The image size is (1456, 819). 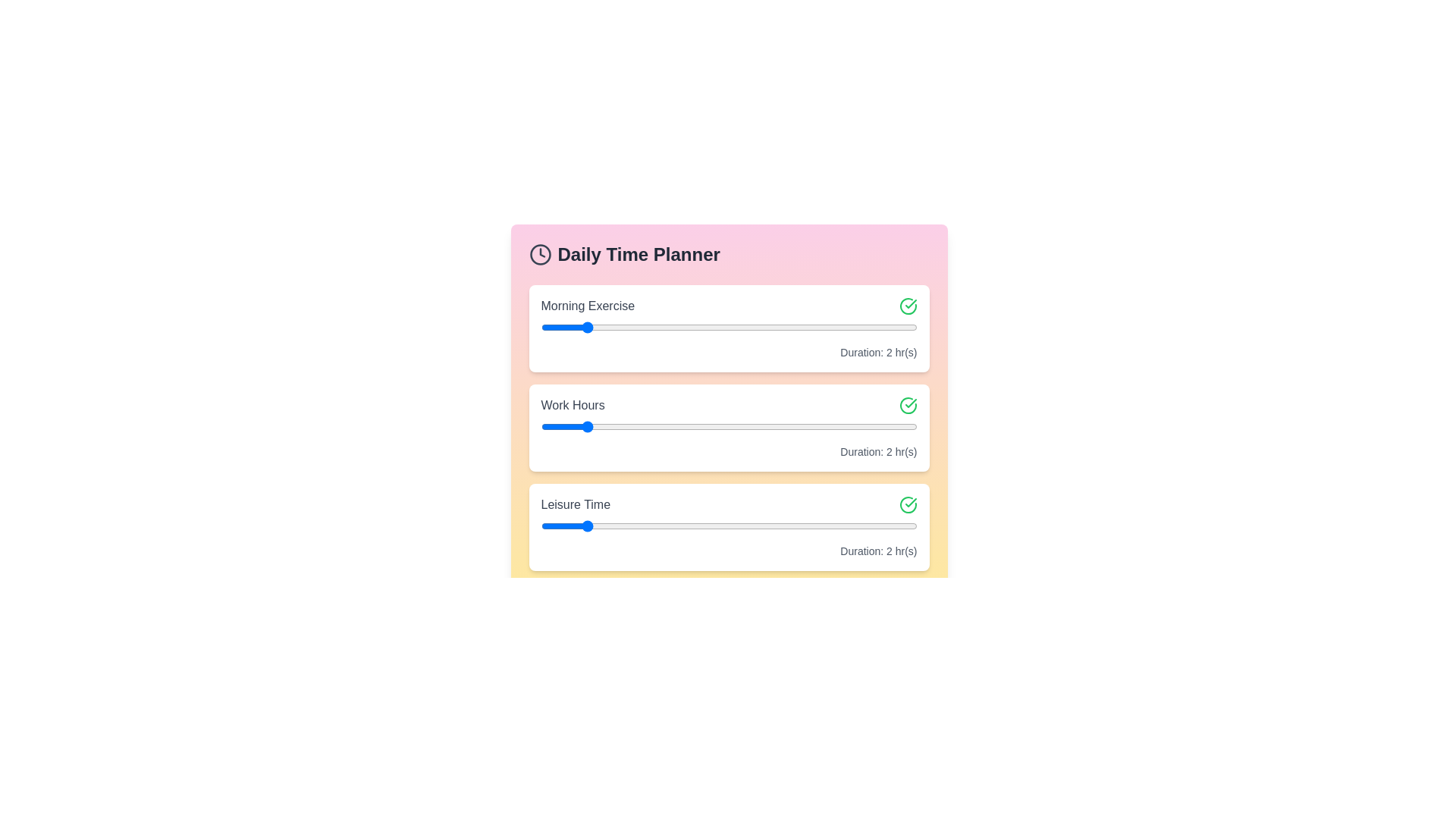 I want to click on the checkmark icon next to the task 'Leisure Time', so click(x=908, y=505).